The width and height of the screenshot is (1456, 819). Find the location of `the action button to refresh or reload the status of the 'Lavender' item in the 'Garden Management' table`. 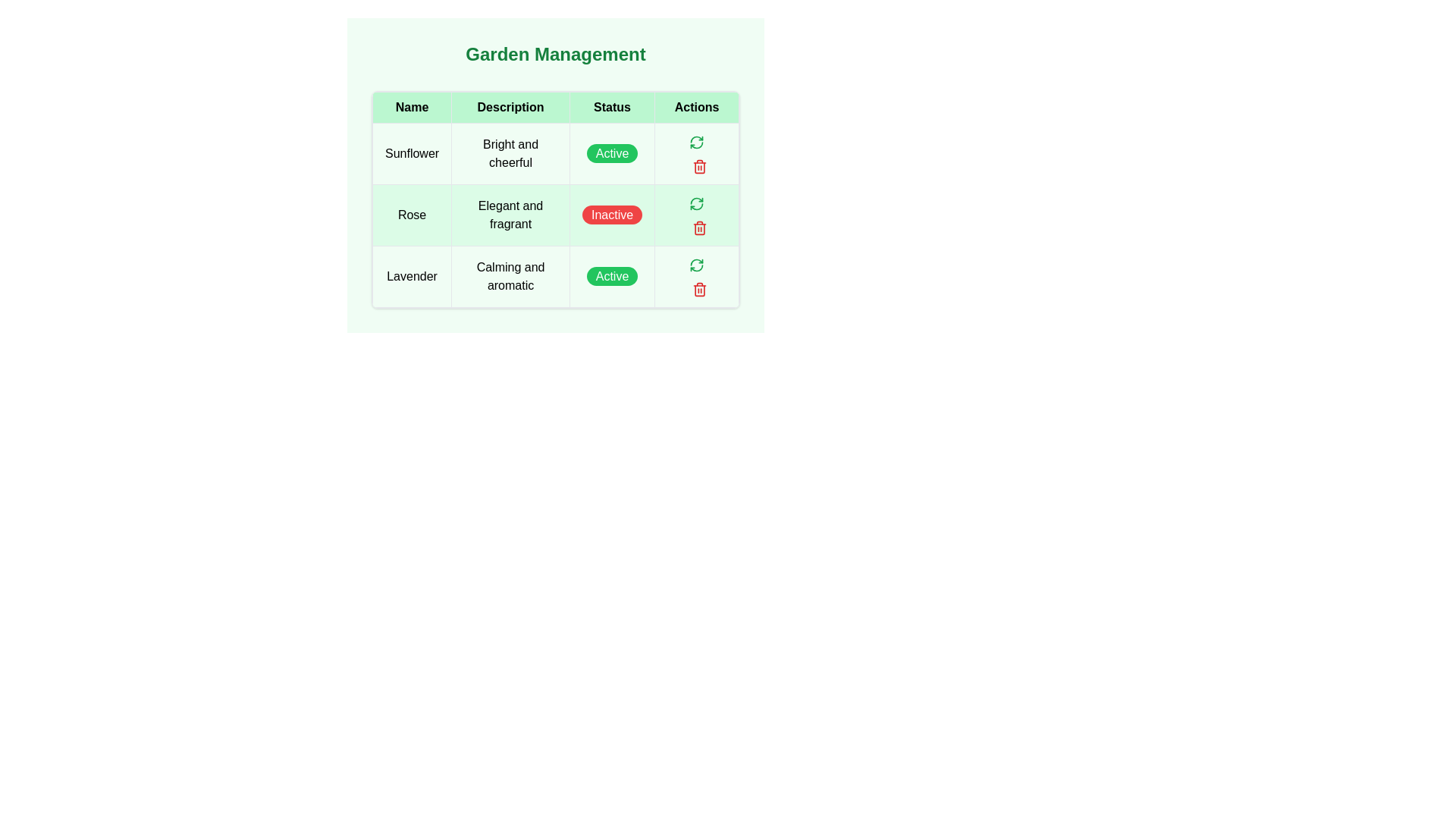

the action button to refresh or reload the status of the 'Lavender' item in the 'Garden Management' table is located at coordinates (696, 263).